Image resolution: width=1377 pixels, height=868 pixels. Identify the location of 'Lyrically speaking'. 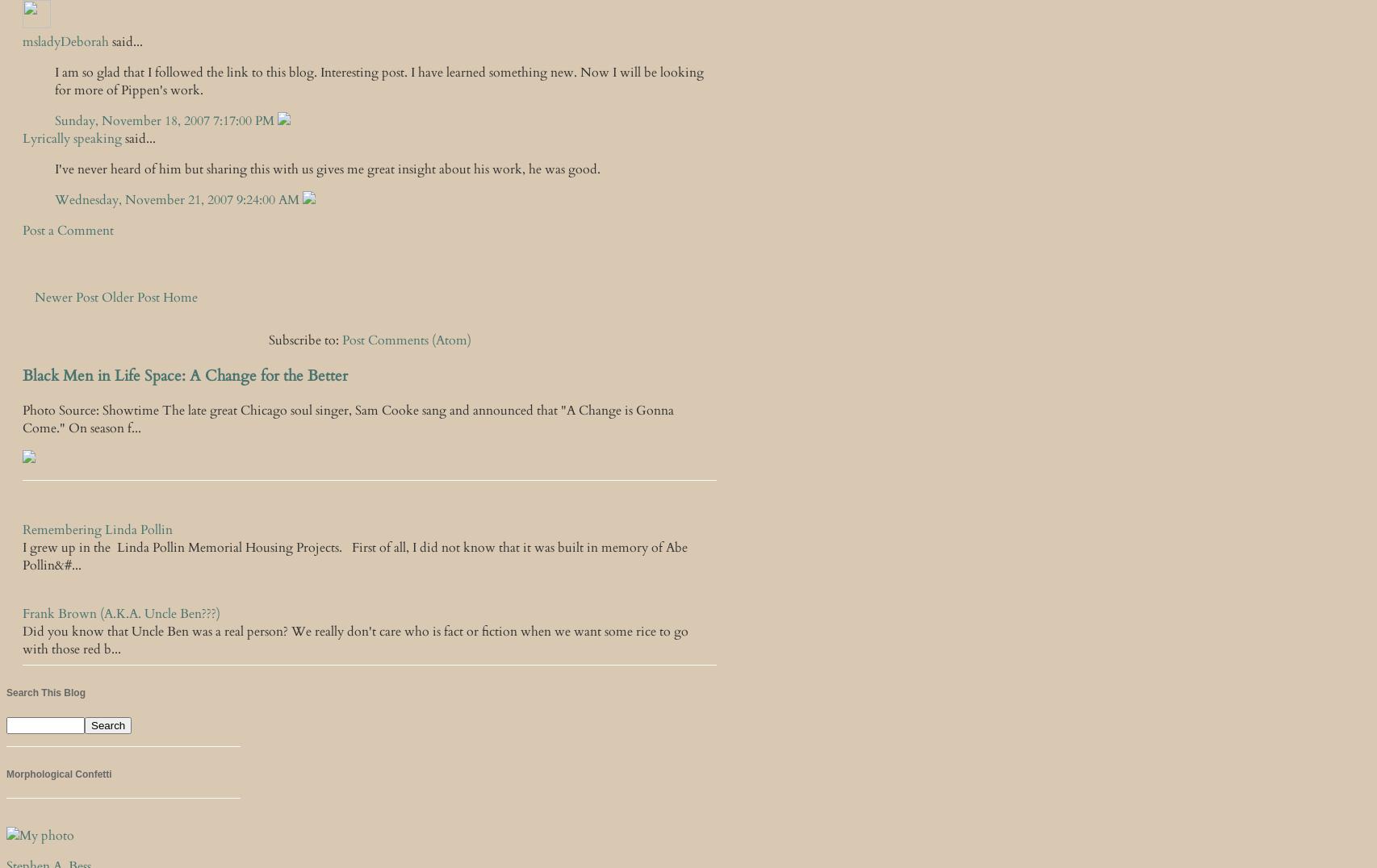
(72, 139).